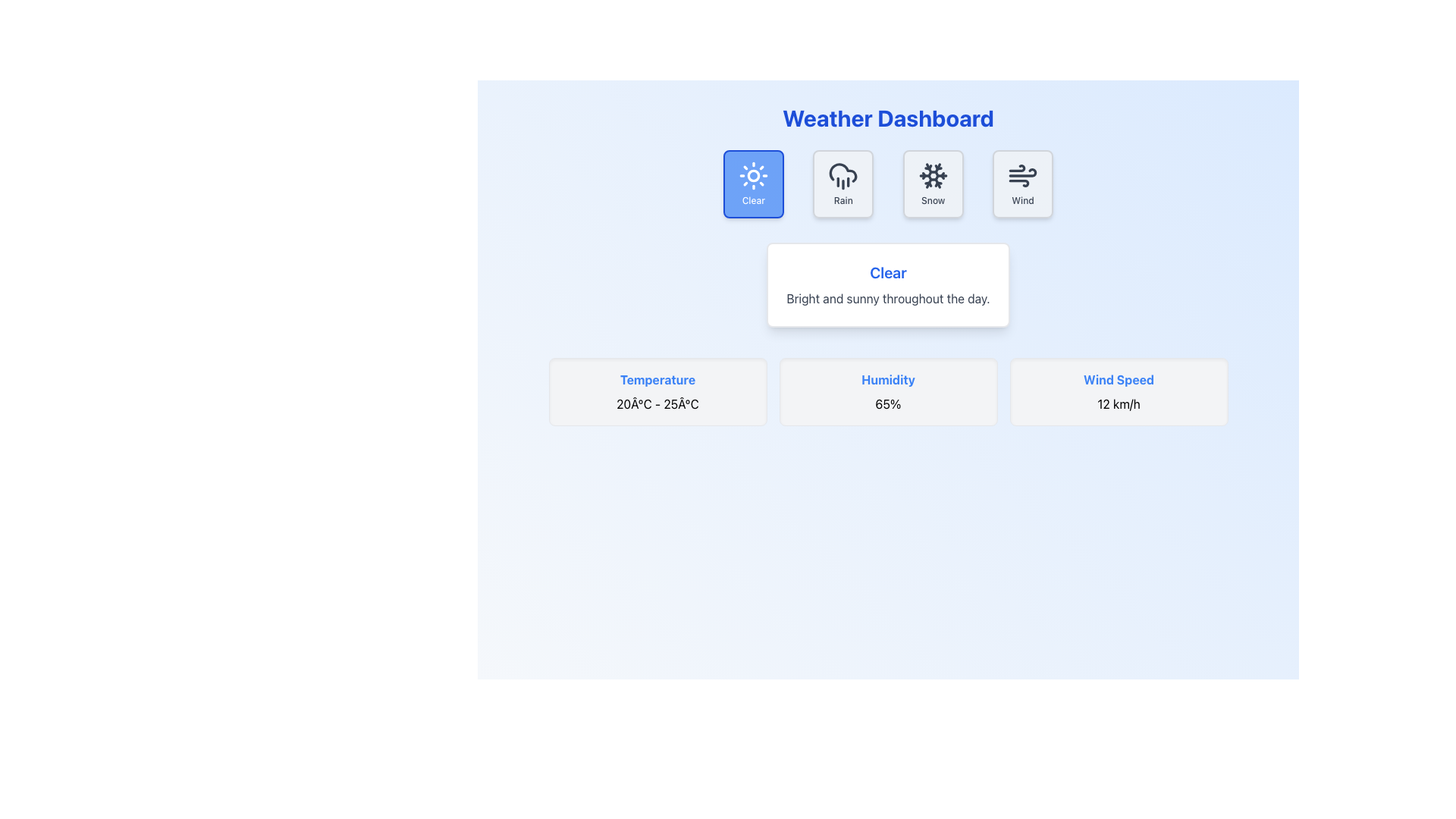  I want to click on displayed information from the static informational card that shows 'Wind Speed' and its value '12 km/h' in the Weather Dashboard section, so click(1119, 391).